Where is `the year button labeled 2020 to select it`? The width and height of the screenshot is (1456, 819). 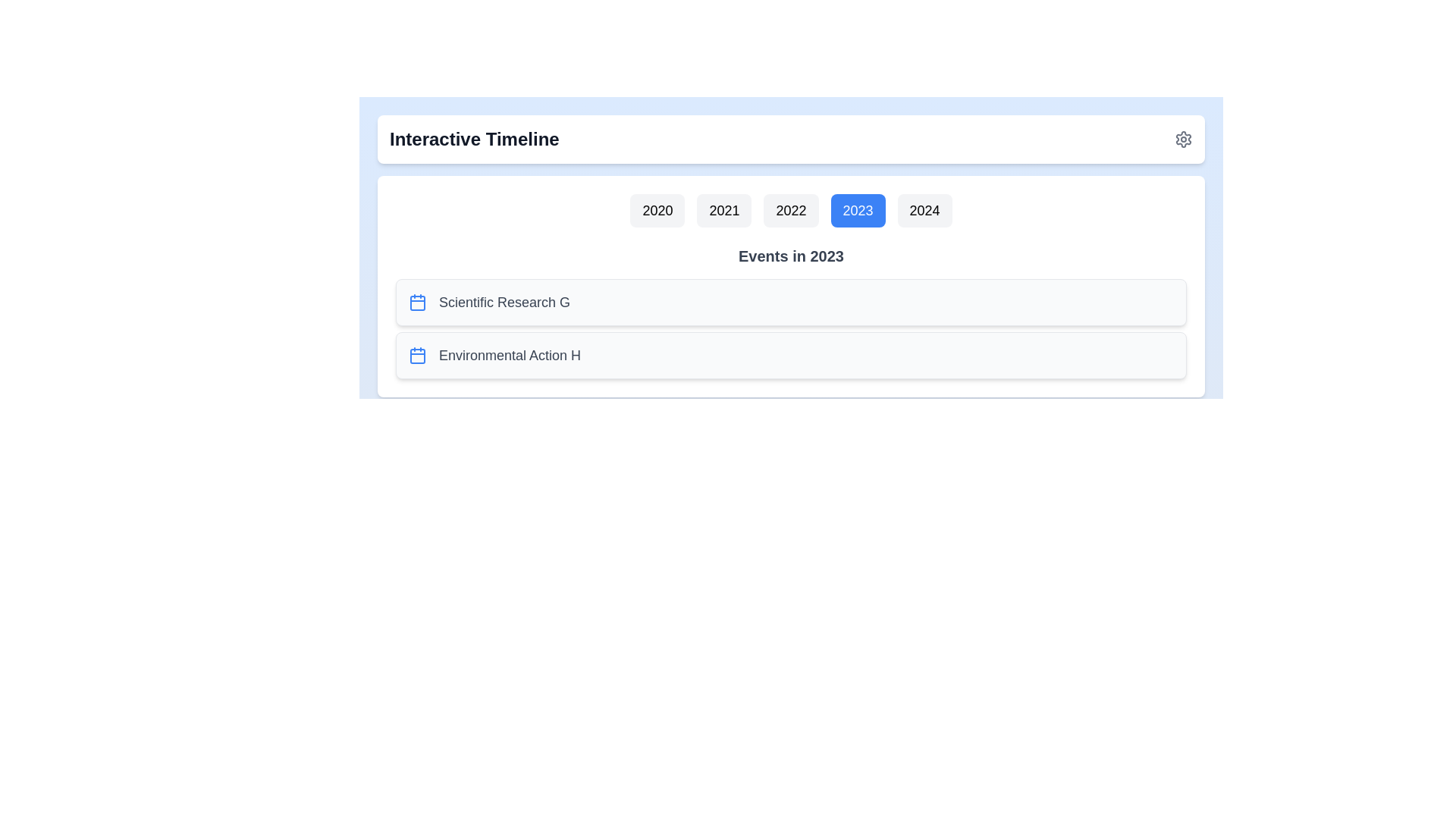
the year button labeled 2020 to select it is located at coordinates (657, 210).